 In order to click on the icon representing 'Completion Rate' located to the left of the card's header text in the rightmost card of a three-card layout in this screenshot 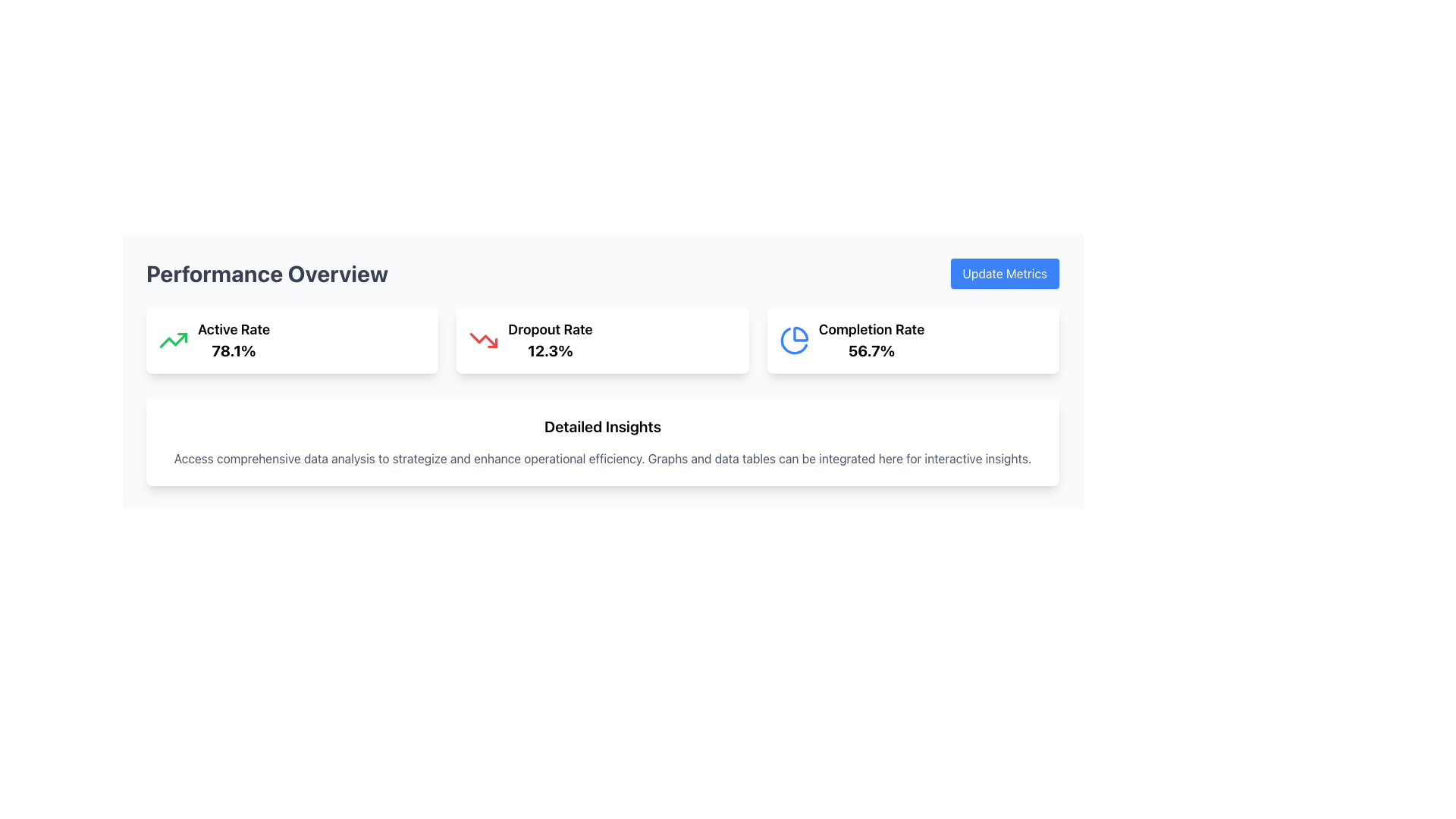, I will do `click(793, 339)`.